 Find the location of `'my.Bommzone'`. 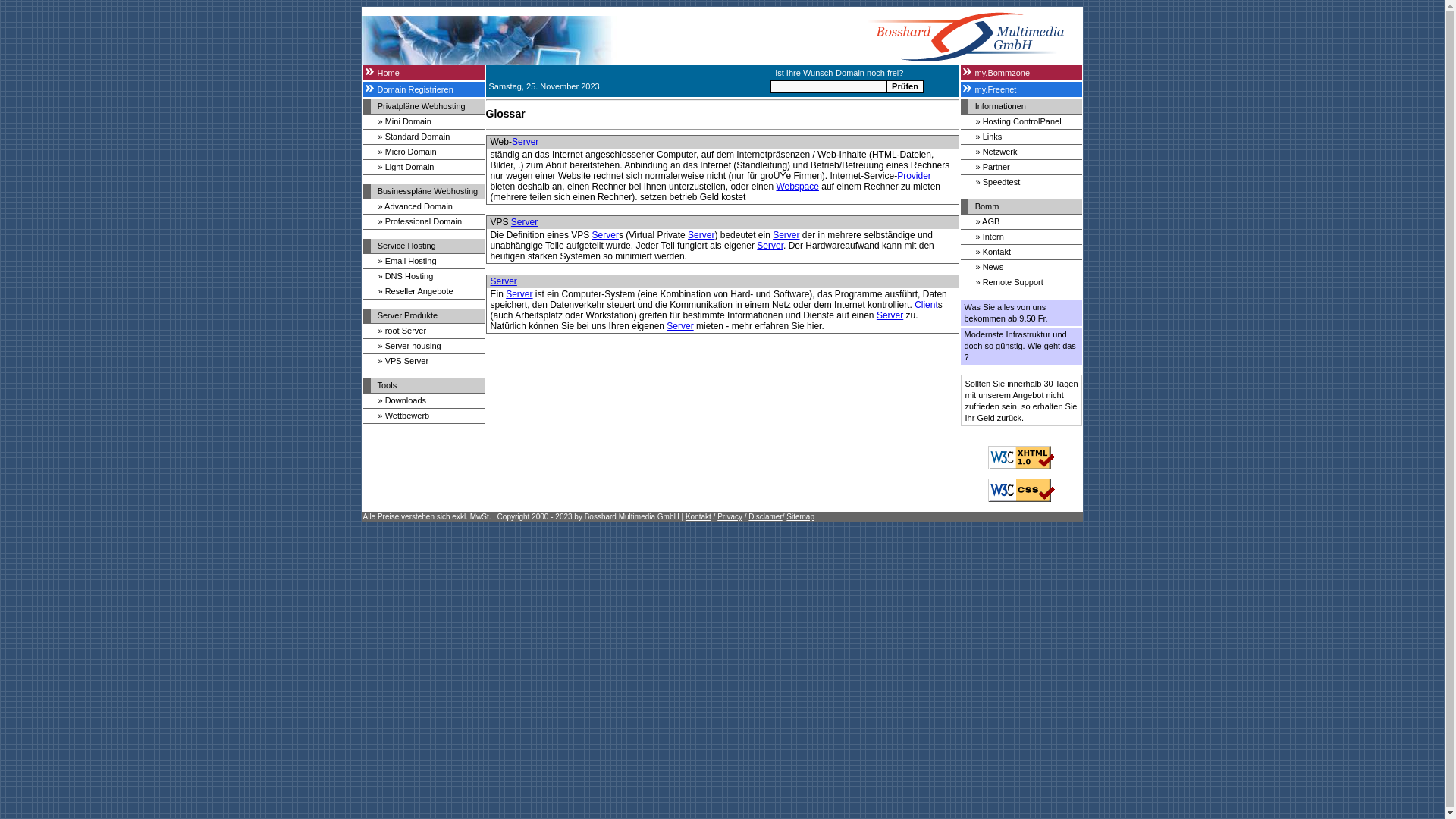

'my.Bommzone' is located at coordinates (959, 73).